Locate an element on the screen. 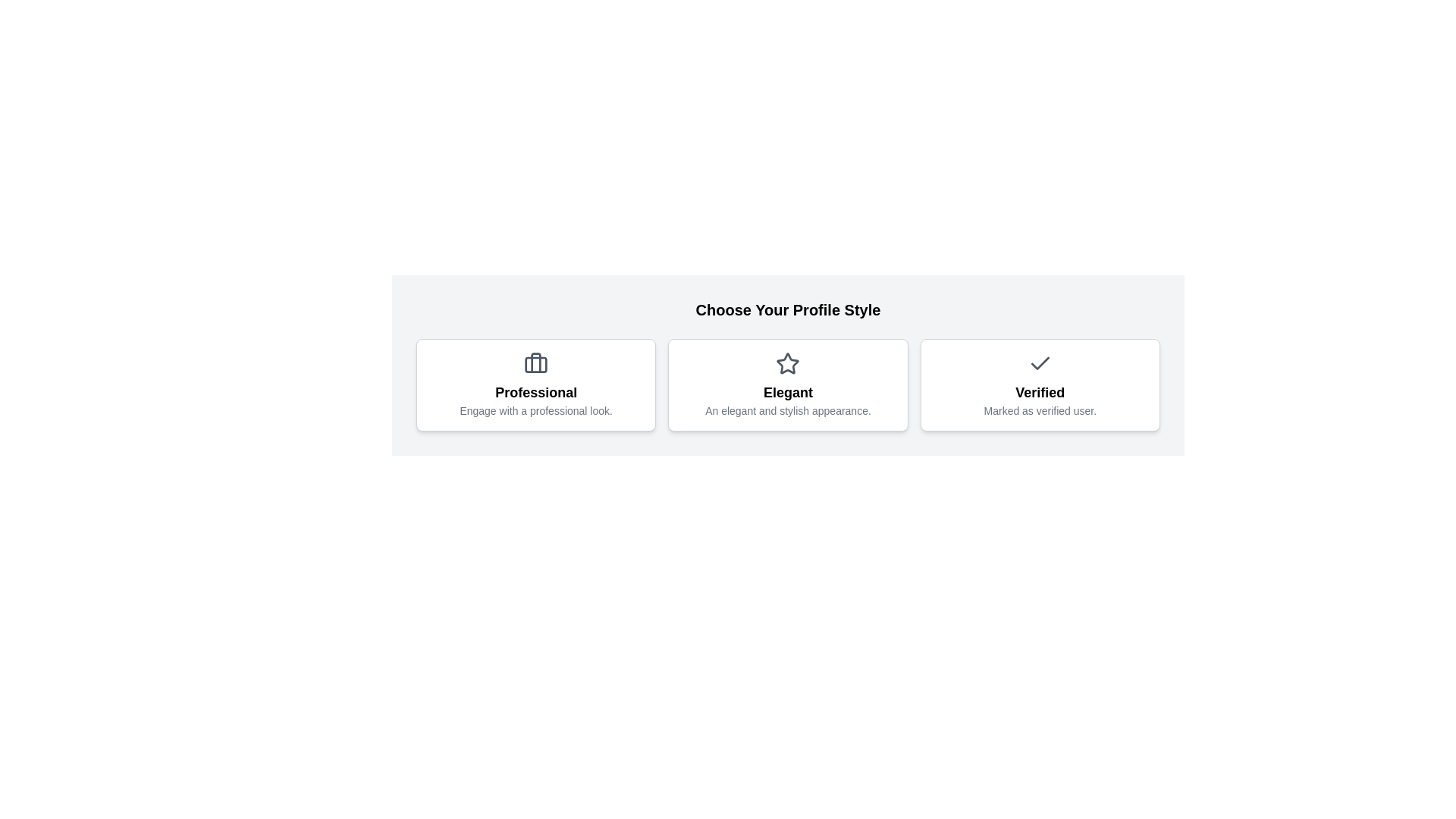  the profile style Verified by clicking on its respective button is located at coordinates (1039, 384).